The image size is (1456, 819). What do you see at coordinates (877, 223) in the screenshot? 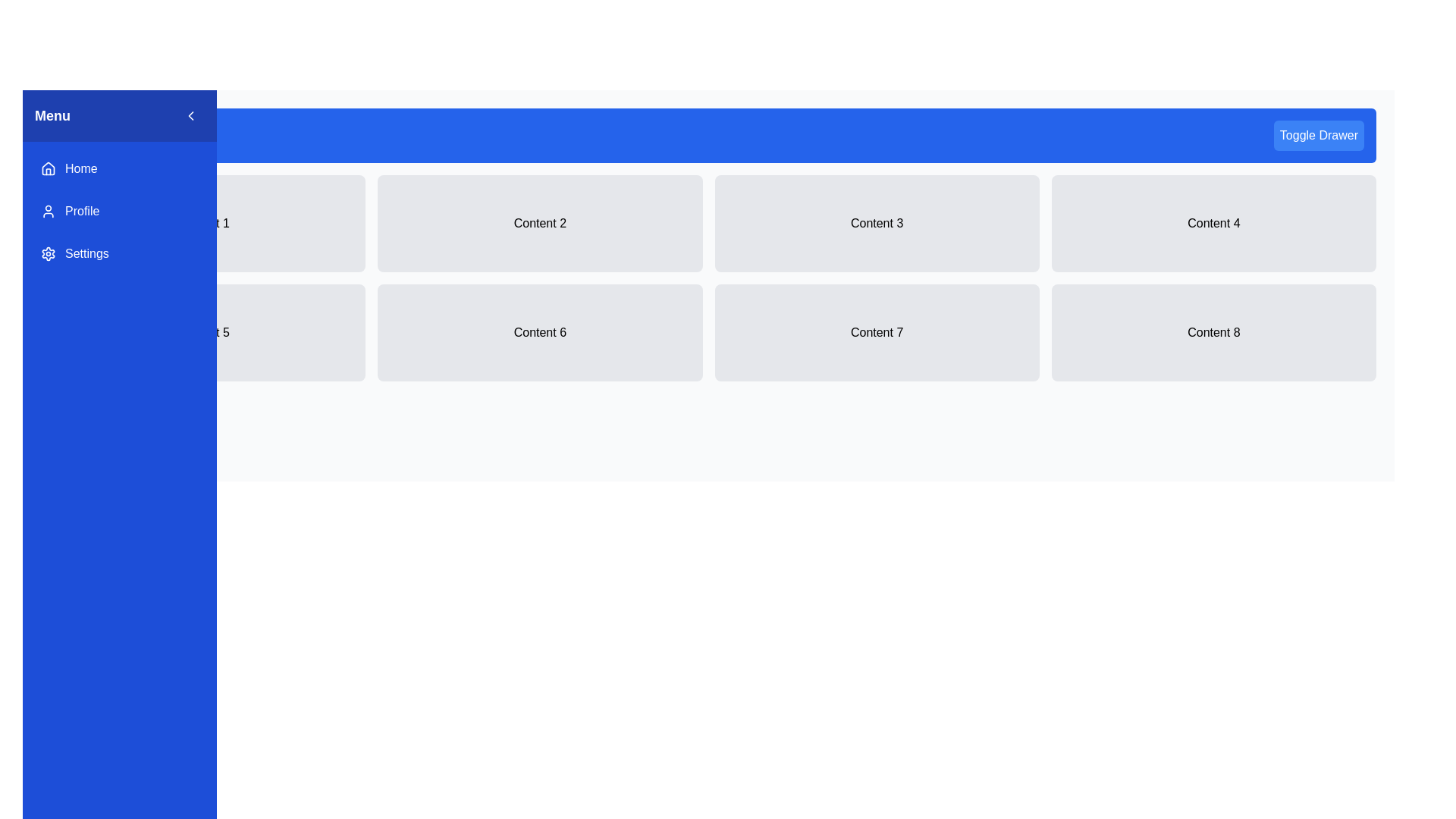
I see `the third tile in the grid layout, which visually represents a static content section and does not support user interaction` at bounding box center [877, 223].